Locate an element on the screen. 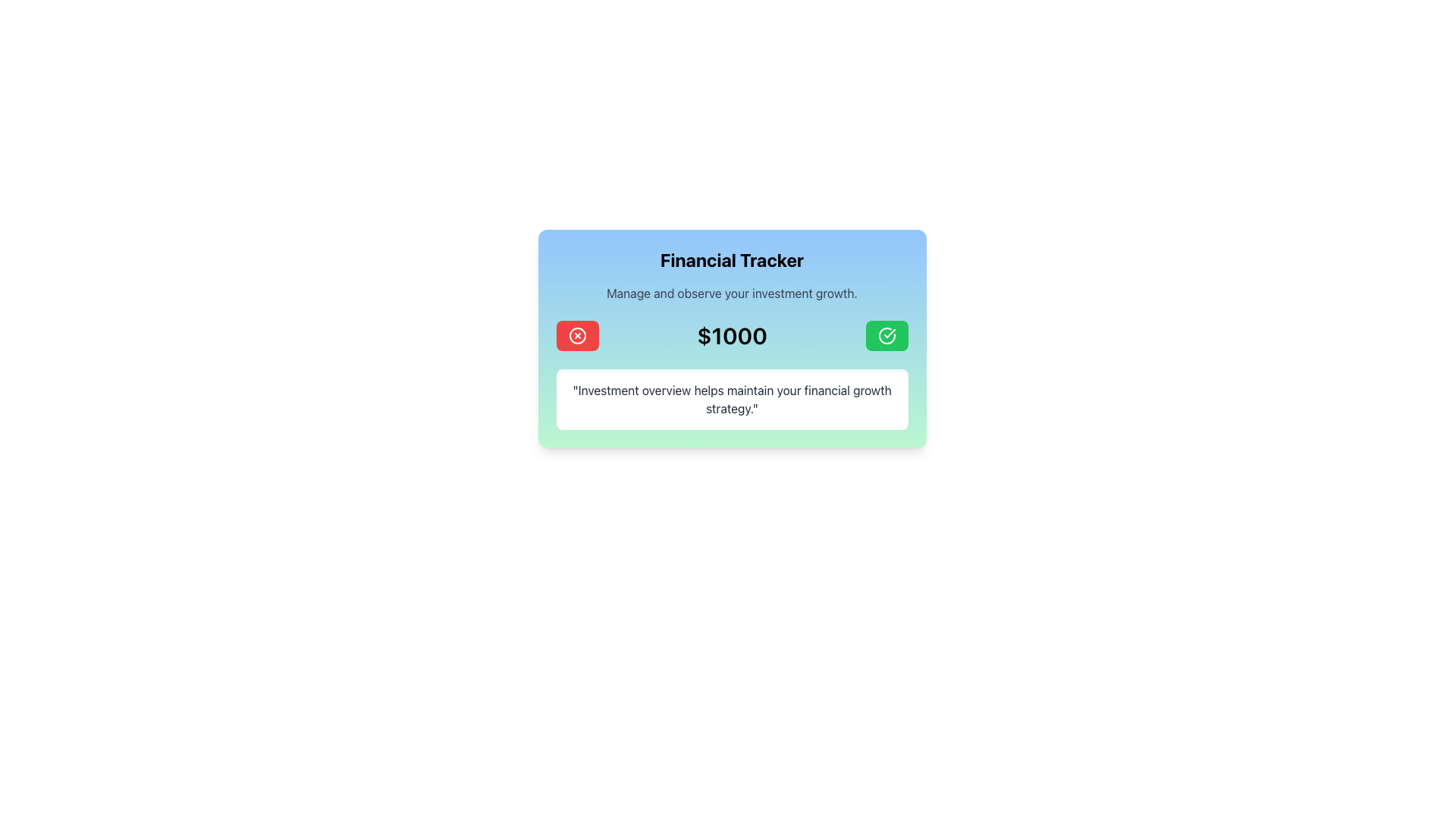 The image size is (1456, 819). the Text Block containing the phrase 'Investment overview helps maintain your financial growth strategy', which is styled in dark gray color and located within a white box in the lower section of the blue-to-green gradient interface is located at coordinates (732, 399).